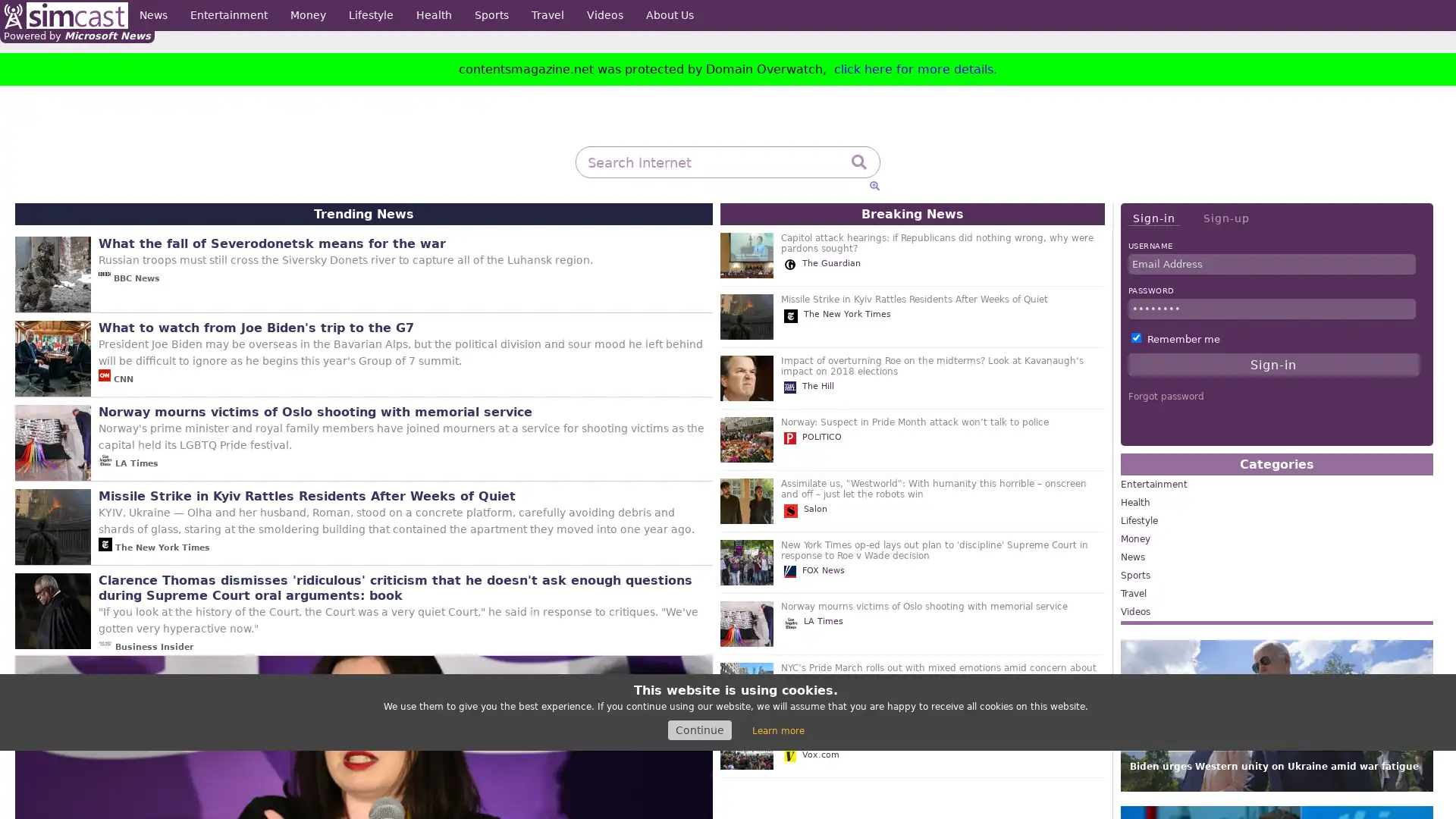 This screenshot has width=1456, height=819. What do you see at coordinates (698, 730) in the screenshot?
I see `Continue` at bounding box center [698, 730].